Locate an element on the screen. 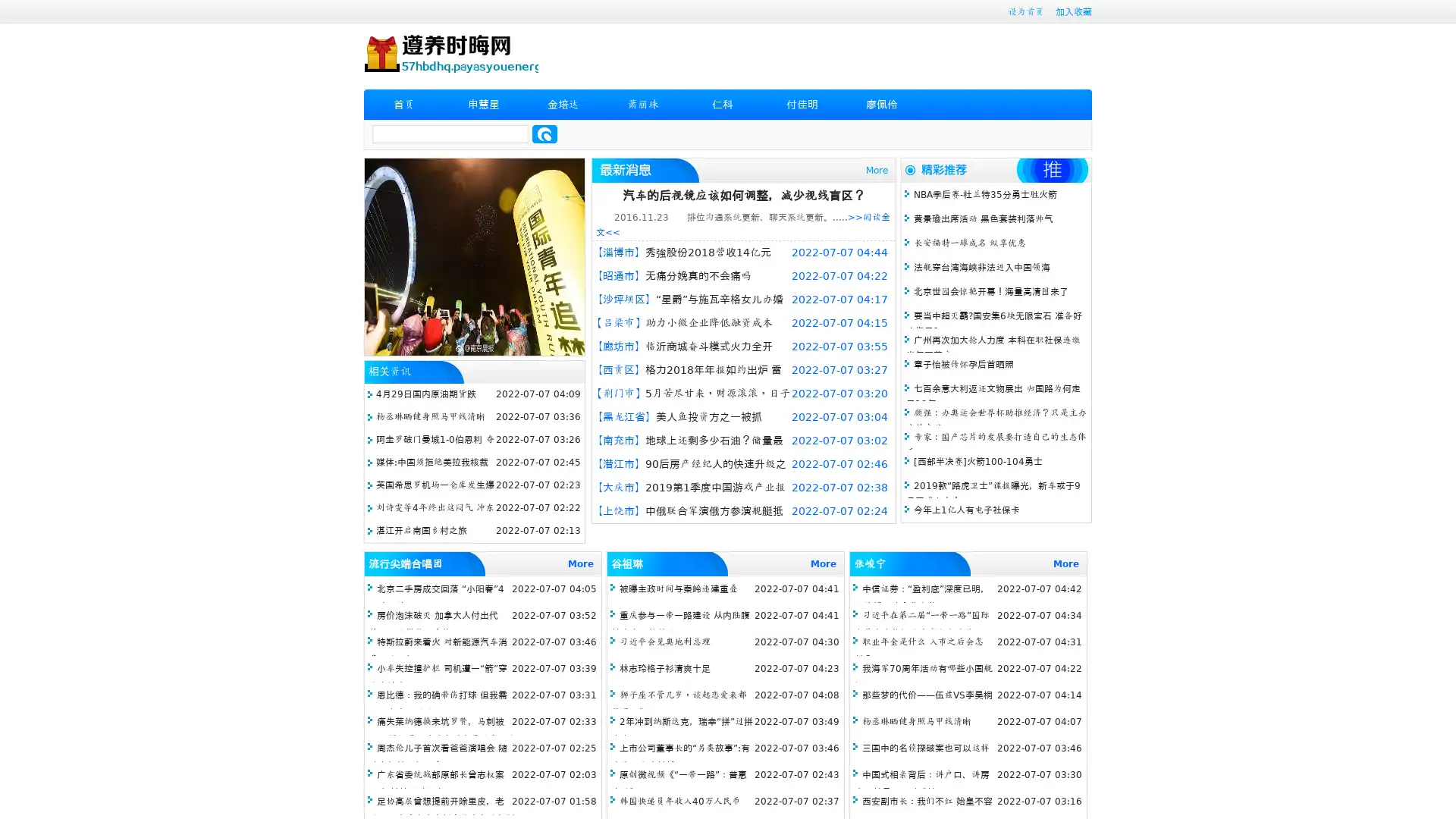  Search is located at coordinates (544, 133).